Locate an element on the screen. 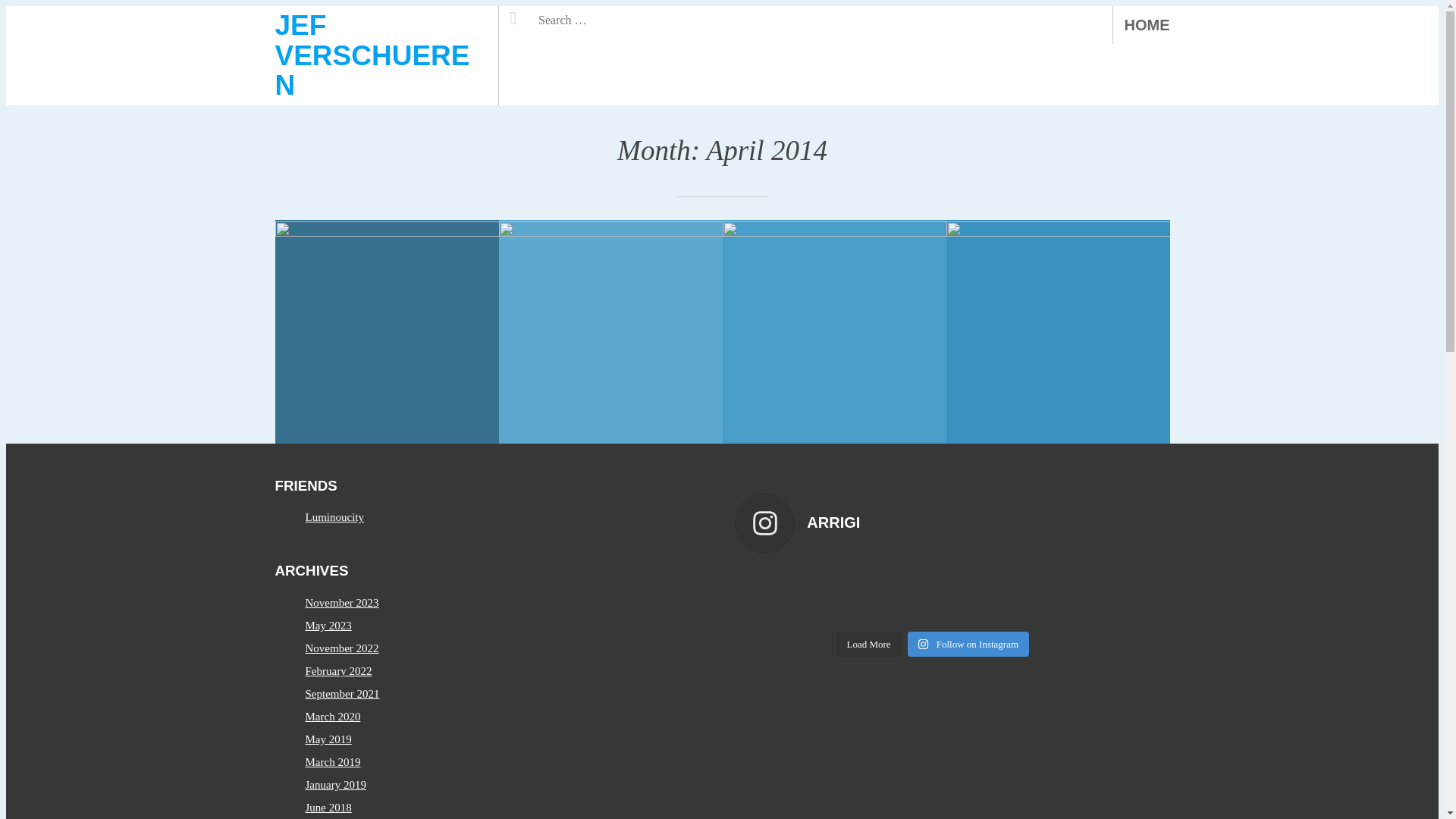 The width and height of the screenshot is (1456, 819). 'Luminoucity' is located at coordinates (334, 516).